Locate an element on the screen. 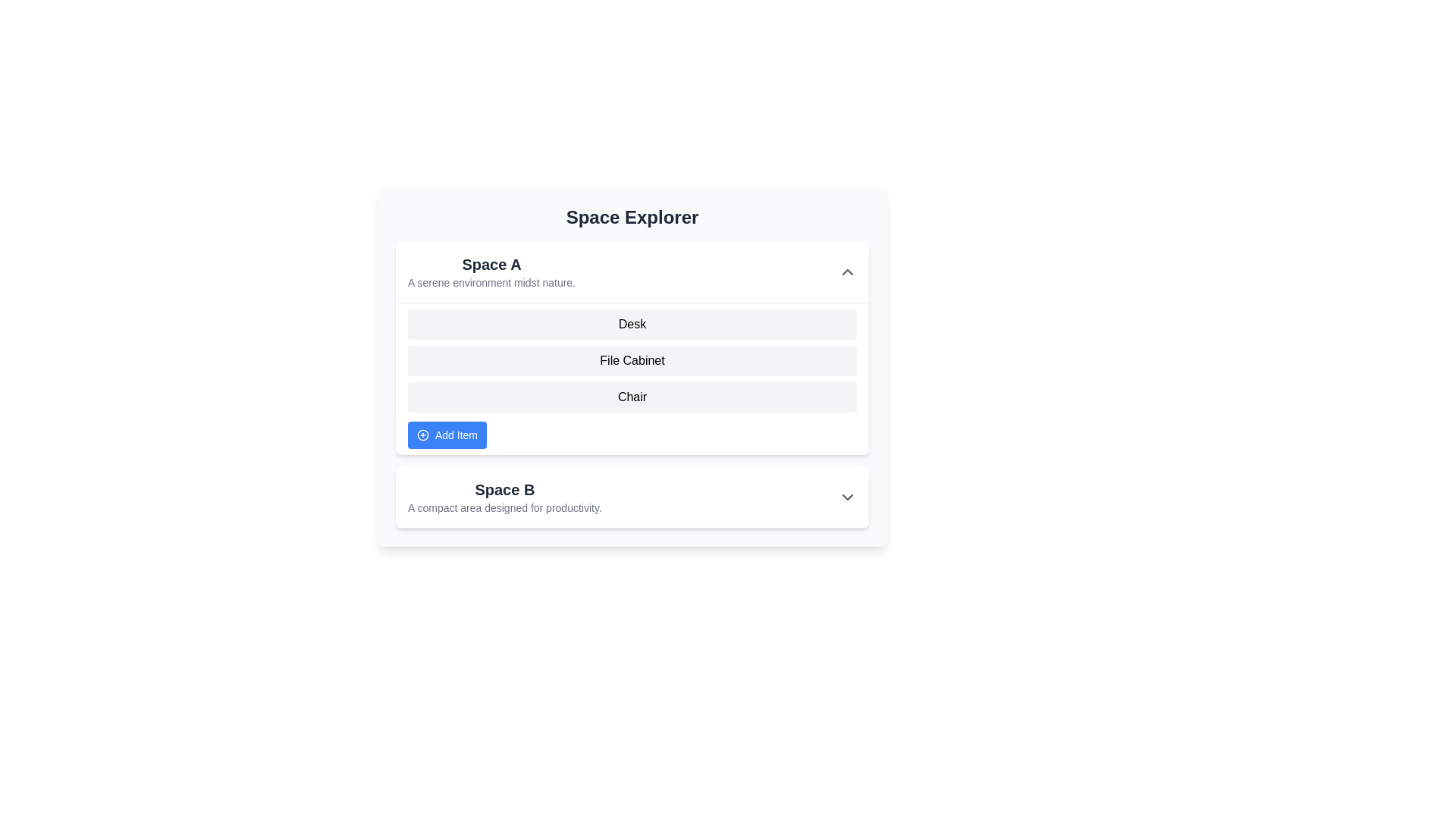  the static text block reading 'Chair', located in the 'Space A' section, which is the third item in a vertically arranged list, between 'File Cabinet' and the blue button 'Add Item' is located at coordinates (632, 397).